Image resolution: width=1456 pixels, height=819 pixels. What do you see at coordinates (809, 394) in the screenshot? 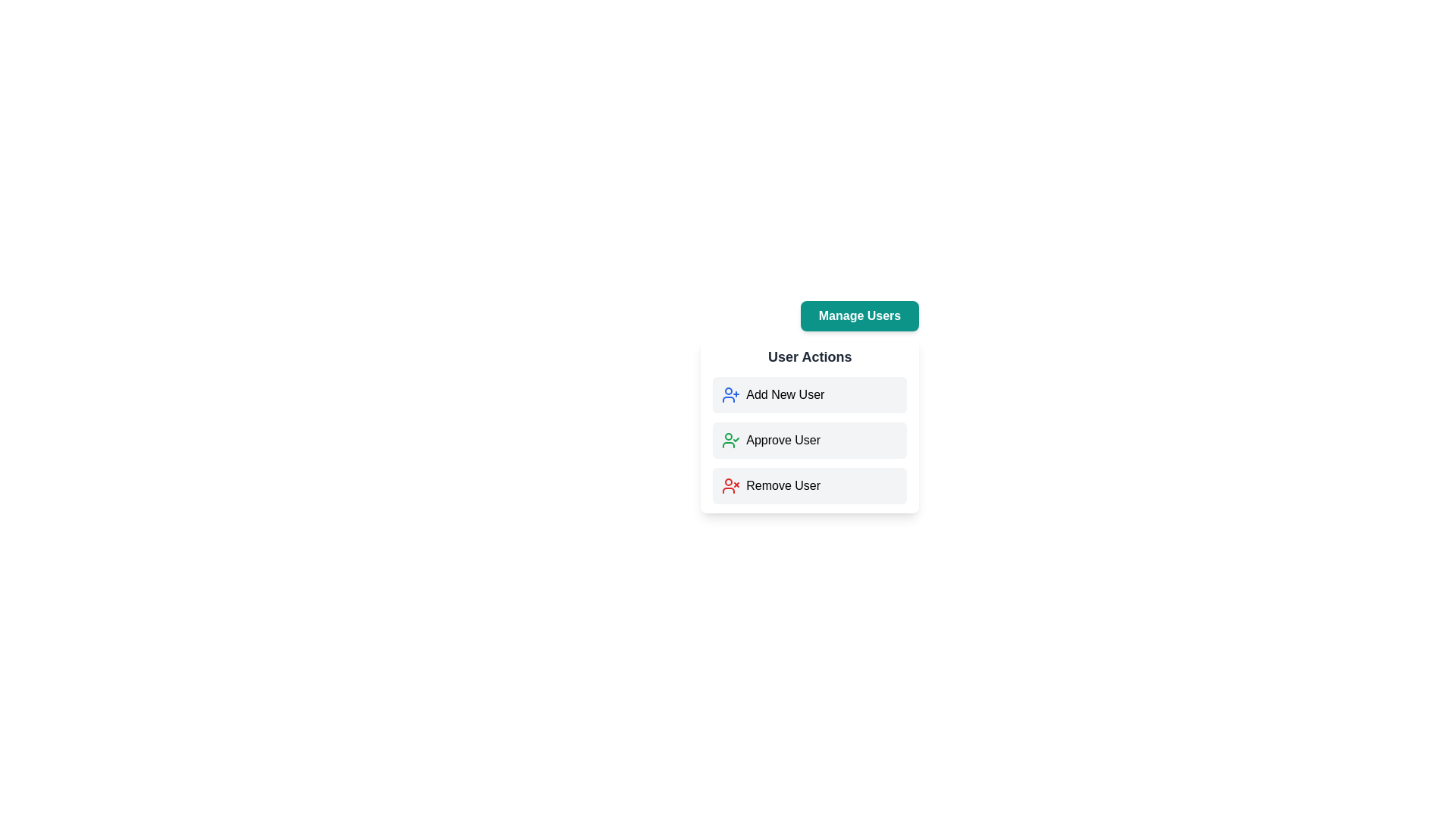
I see `the 'Add New User' button, which is a rectangular UI component with a light gray background, rounded corners, a user icon with a plus sign in blue, and the text 'Add New User' in black font, located at the top of the 'User Actions' list` at bounding box center [809, 394].